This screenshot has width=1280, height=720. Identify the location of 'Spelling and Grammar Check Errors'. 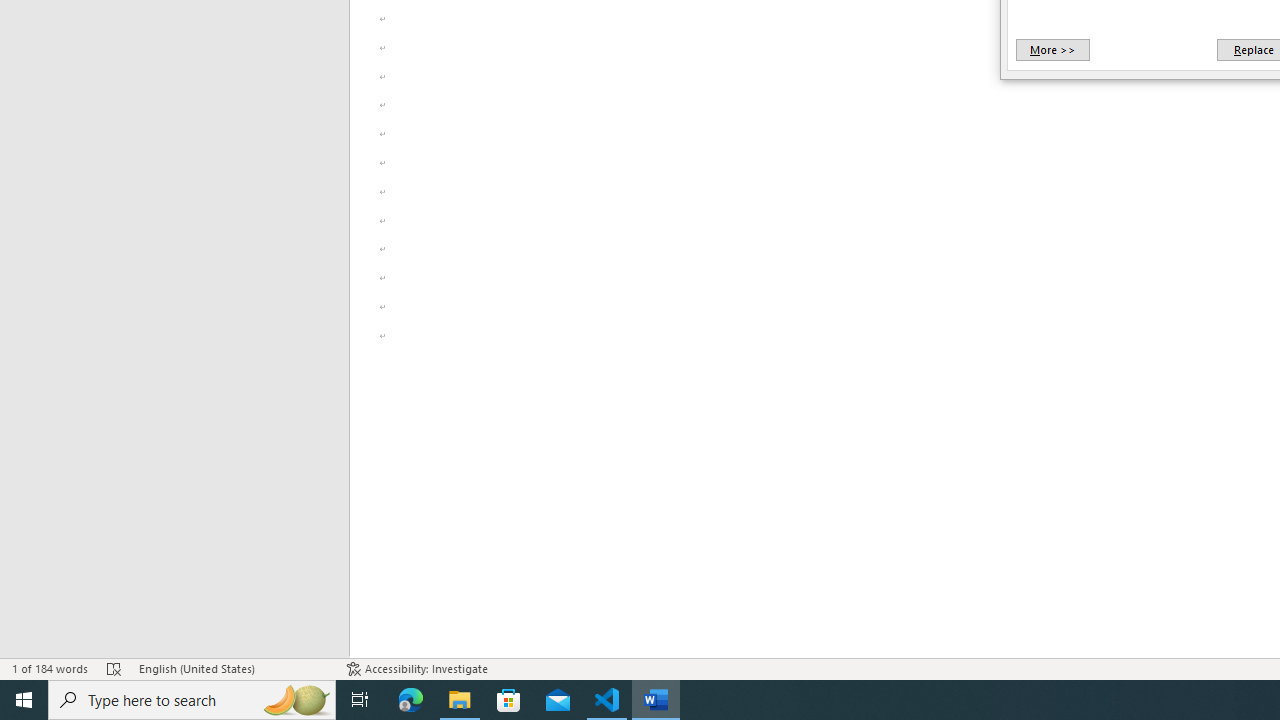
(113, 669).